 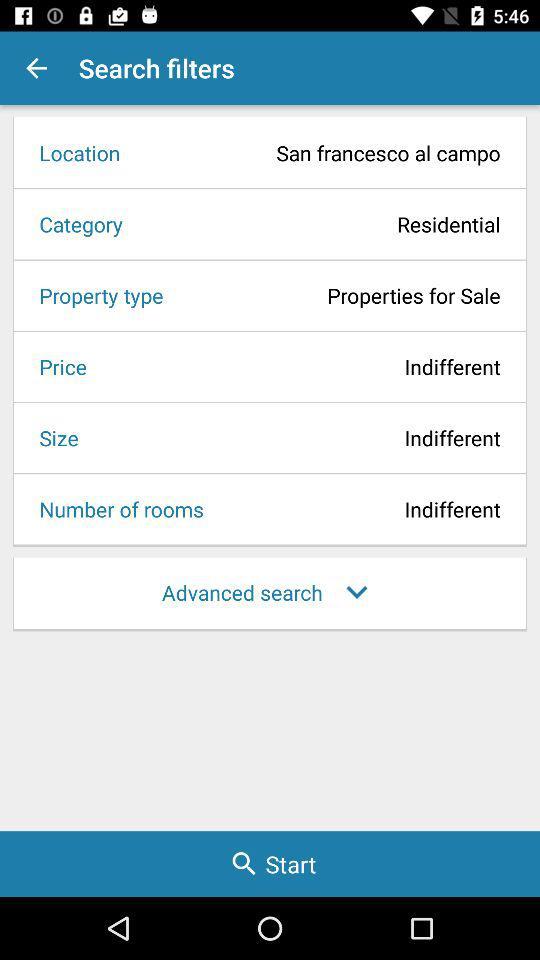 I want to click on the item below the location item, so click(x=318, y=224).